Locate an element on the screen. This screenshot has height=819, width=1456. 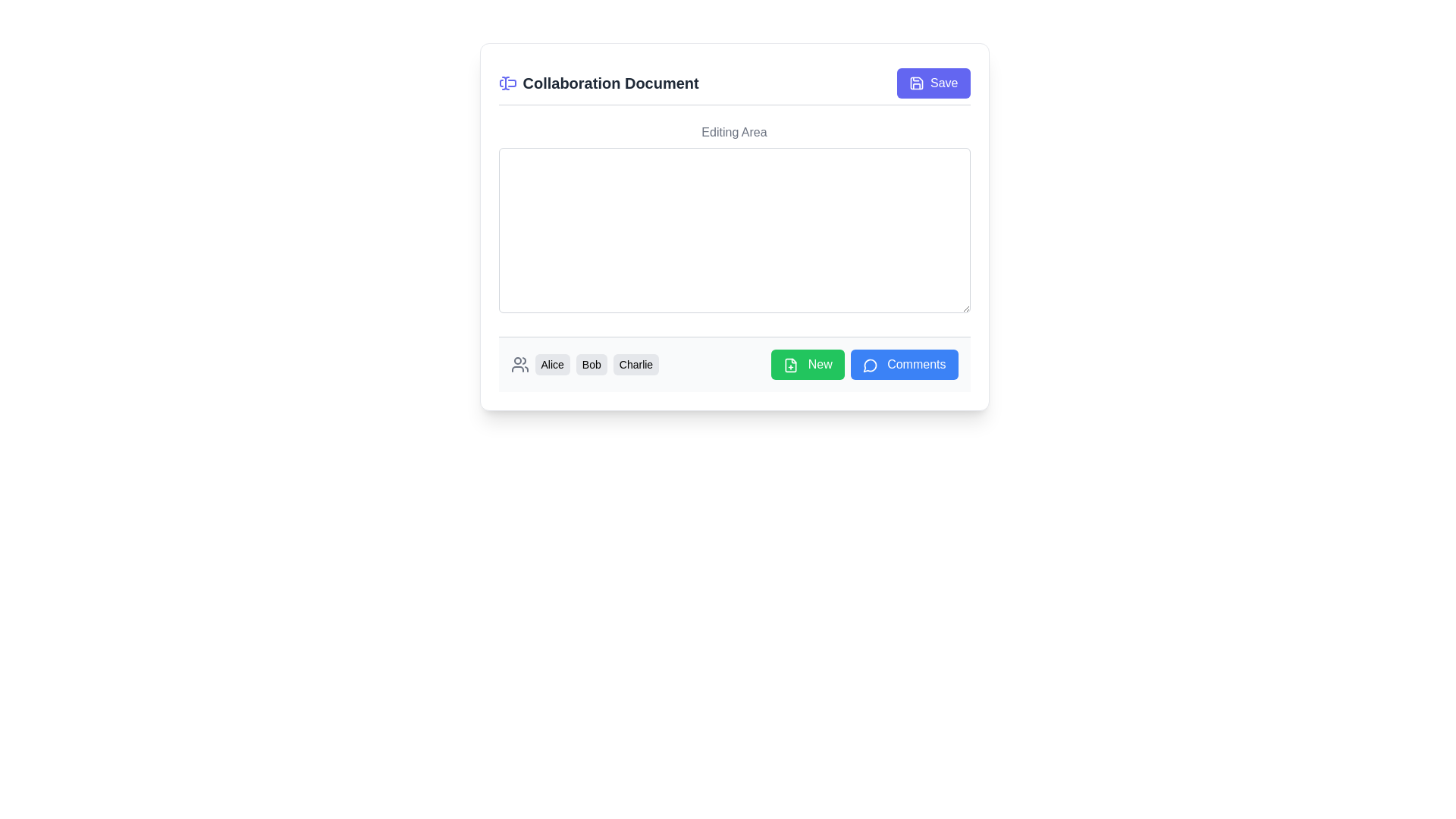
the text label or tag that denotes a user or attribute, located rightmost in a horizontal row of buttons labeled 'Alice', 'Bob', and 'Charlie' is located at coordinates (636, 365).